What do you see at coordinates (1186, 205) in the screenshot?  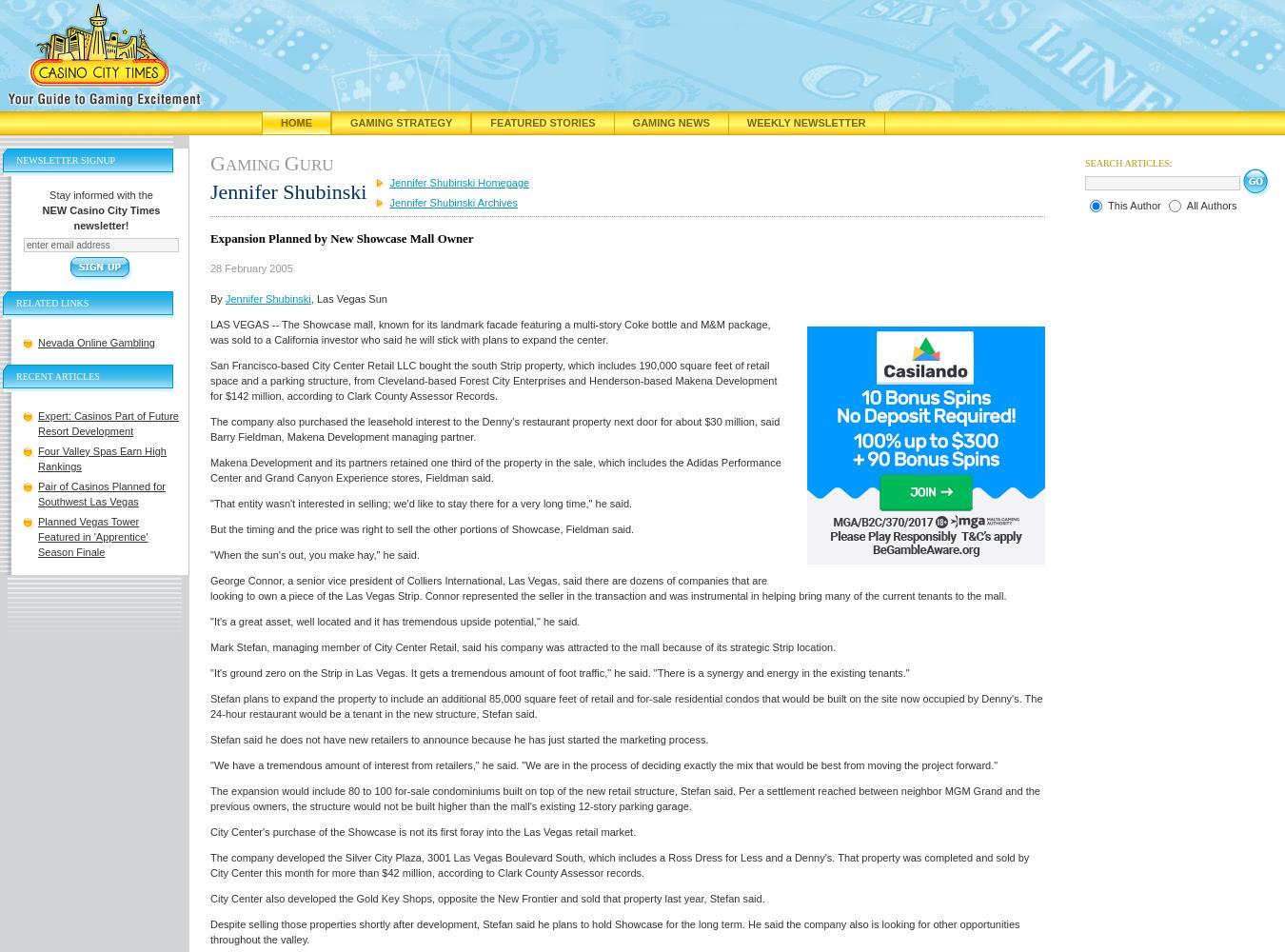 I see `'All Authors'` at bounding box center [1186, 205].